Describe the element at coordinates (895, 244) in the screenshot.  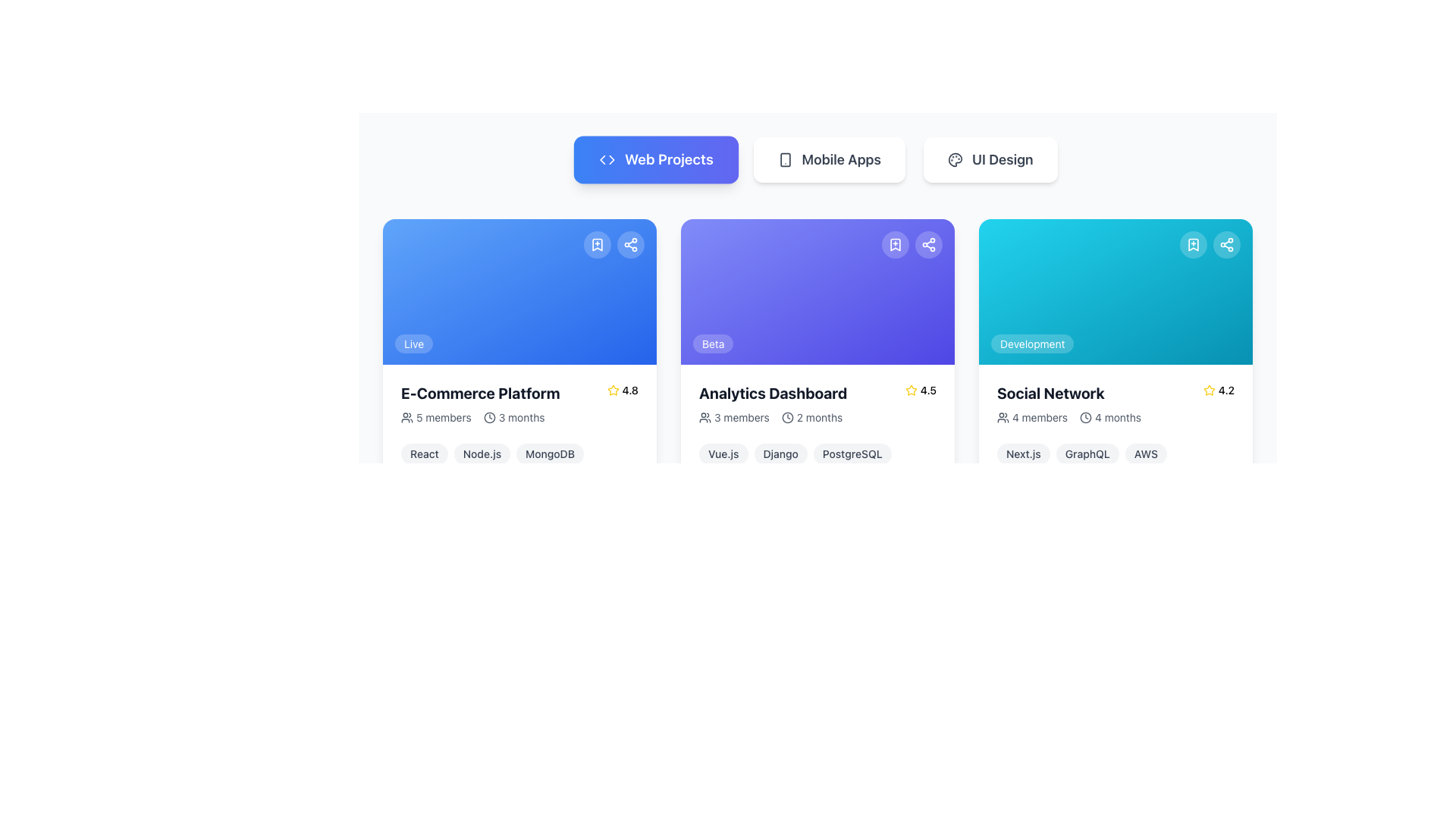
I see `the bookmark icon with a plus sign located in the top-right corner of the 'Analytics Dashboard' card` at that location.